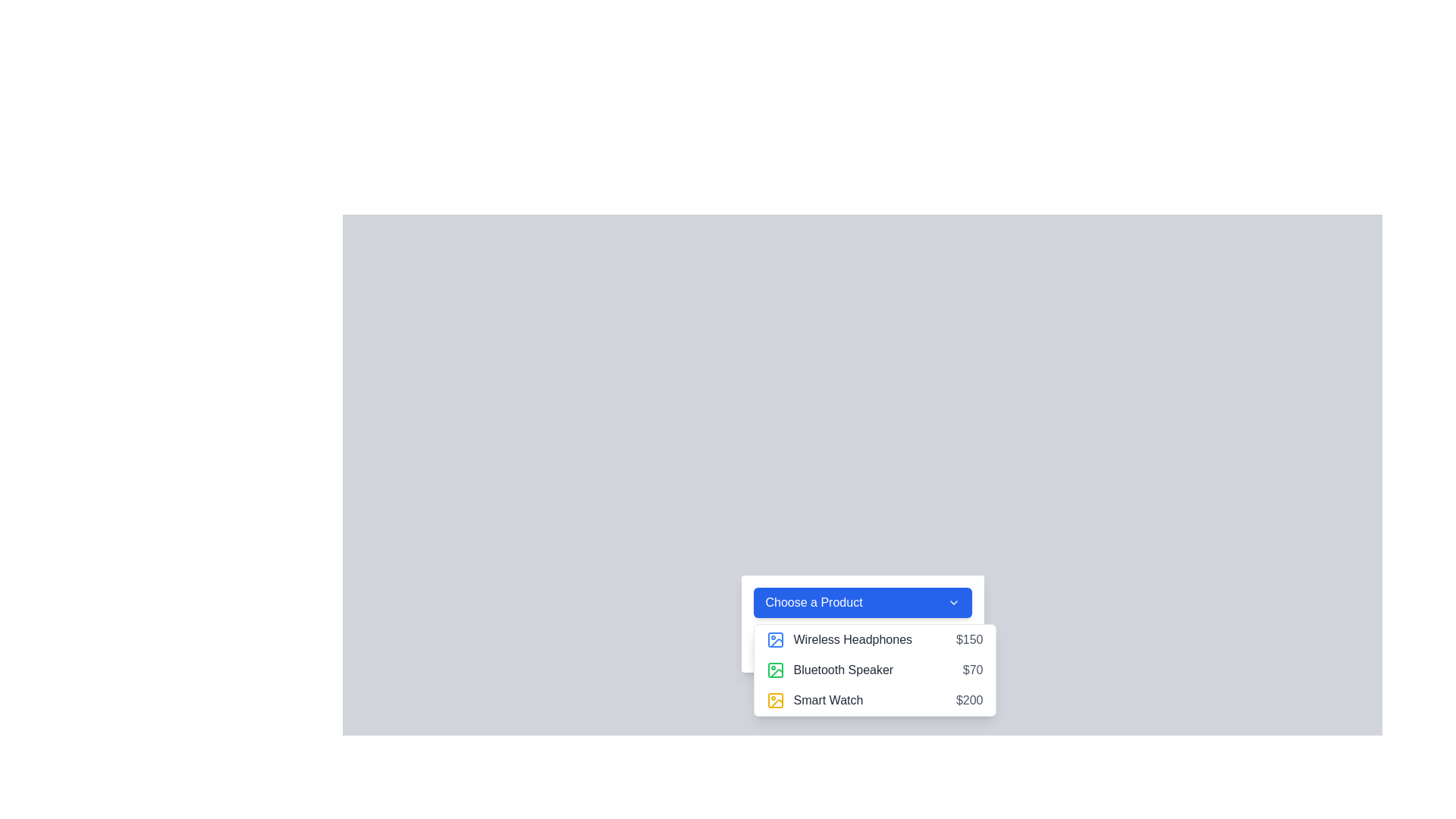 This screenshot has height=819, width=1456. I want to click on the blue picture frame icon located to the left of 'Wireless Headphones' in the dropdown list, so click(775, 640).